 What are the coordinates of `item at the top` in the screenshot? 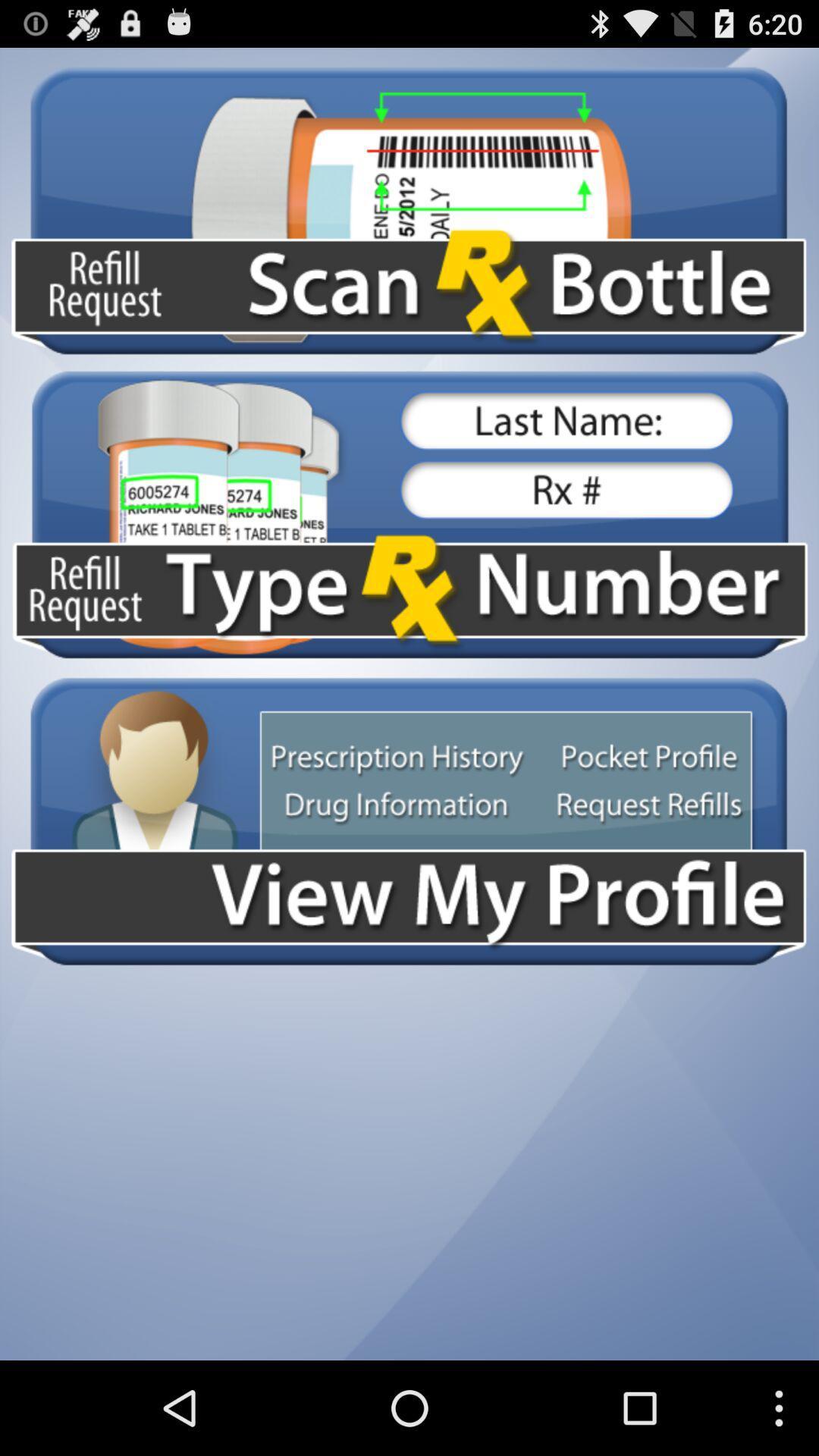 It's located at (409, 209).